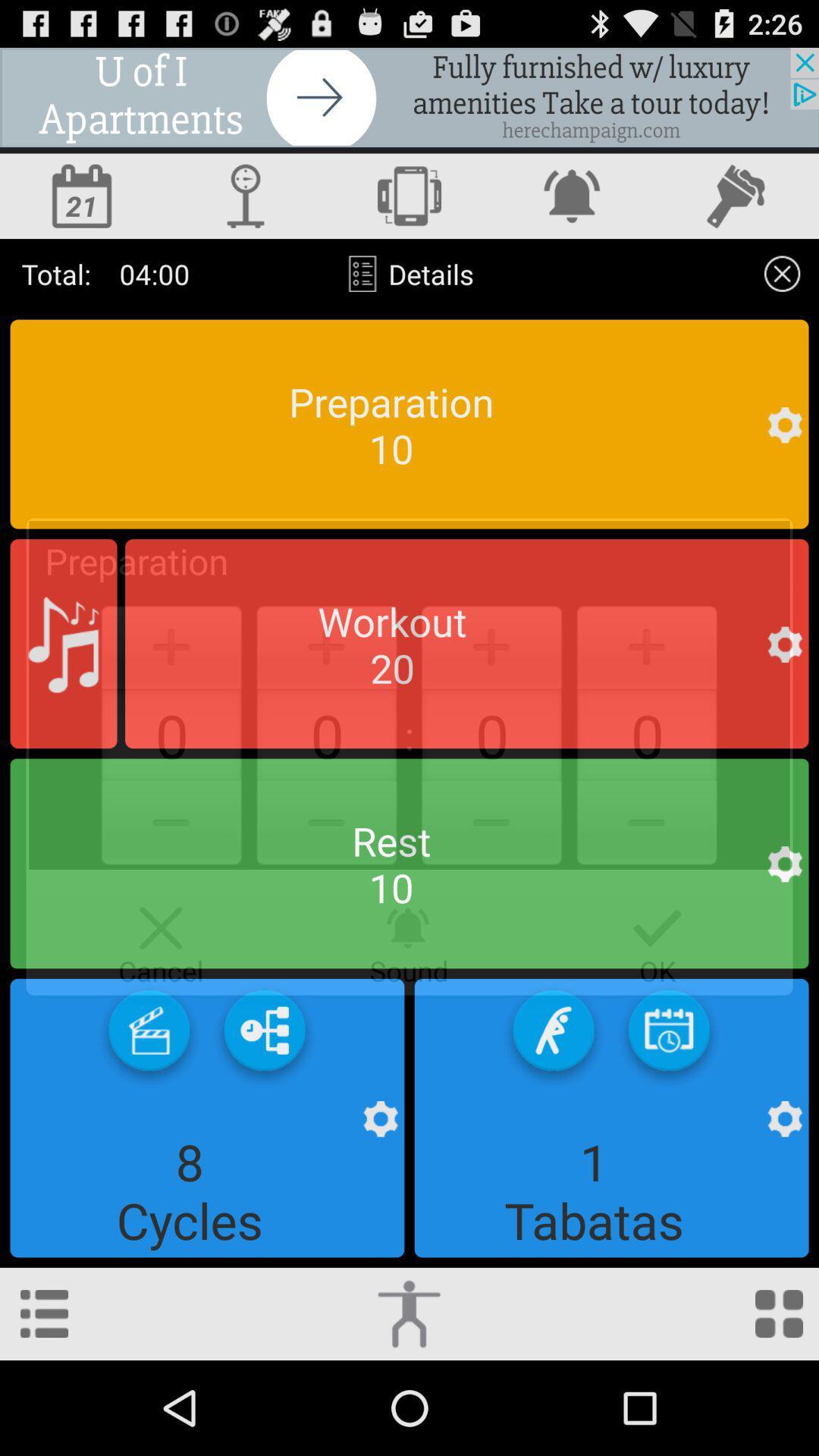 The image size is (819, 1456). What do you see at coordinates (668, 1109) in the screenshot?
I see `the date_range icon` at bounding box center [668, 1109].